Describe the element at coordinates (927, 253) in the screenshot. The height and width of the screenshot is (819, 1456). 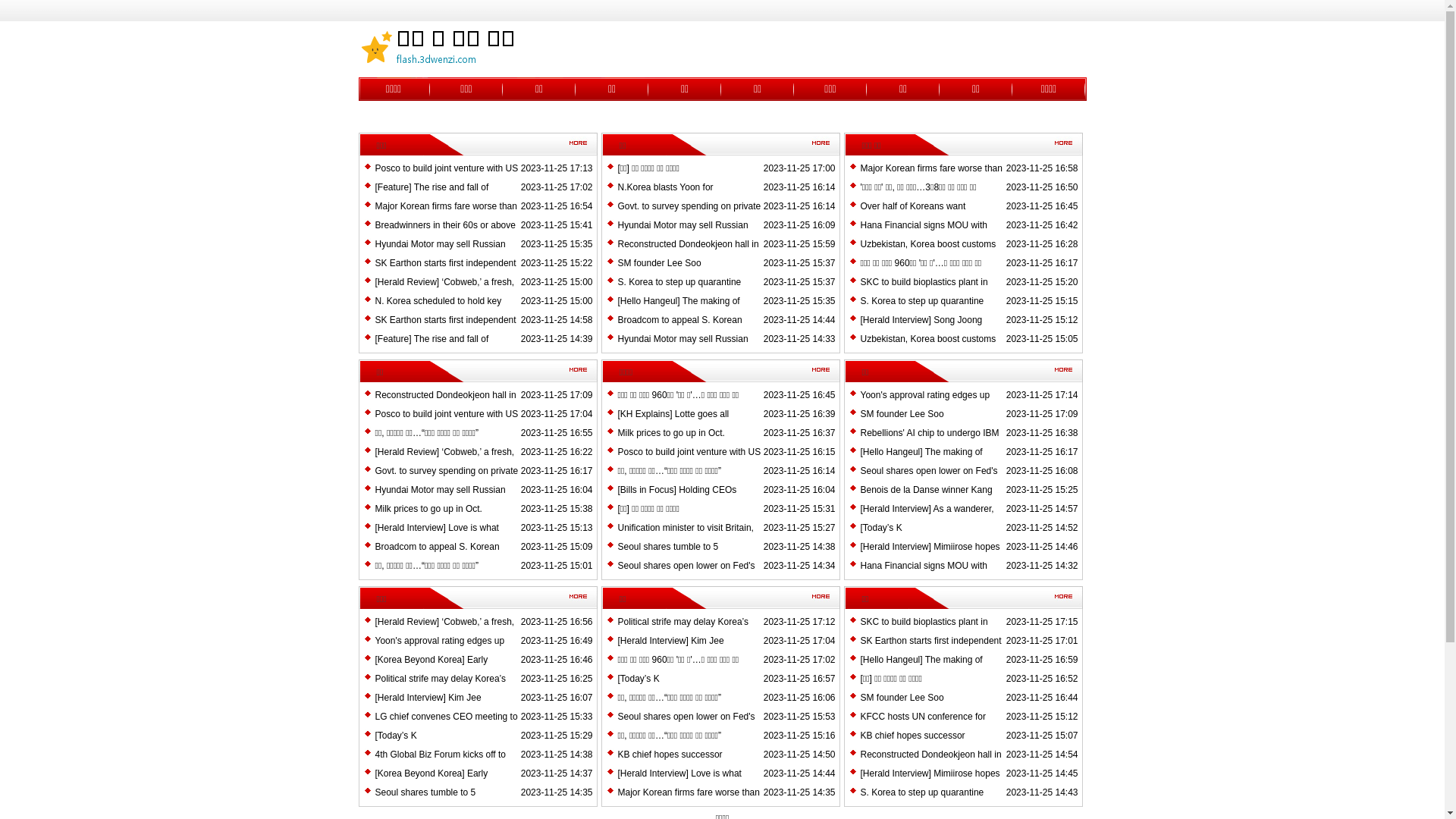
I see `'Uzbekistan, Korea boost customs cooperation'` at that location.